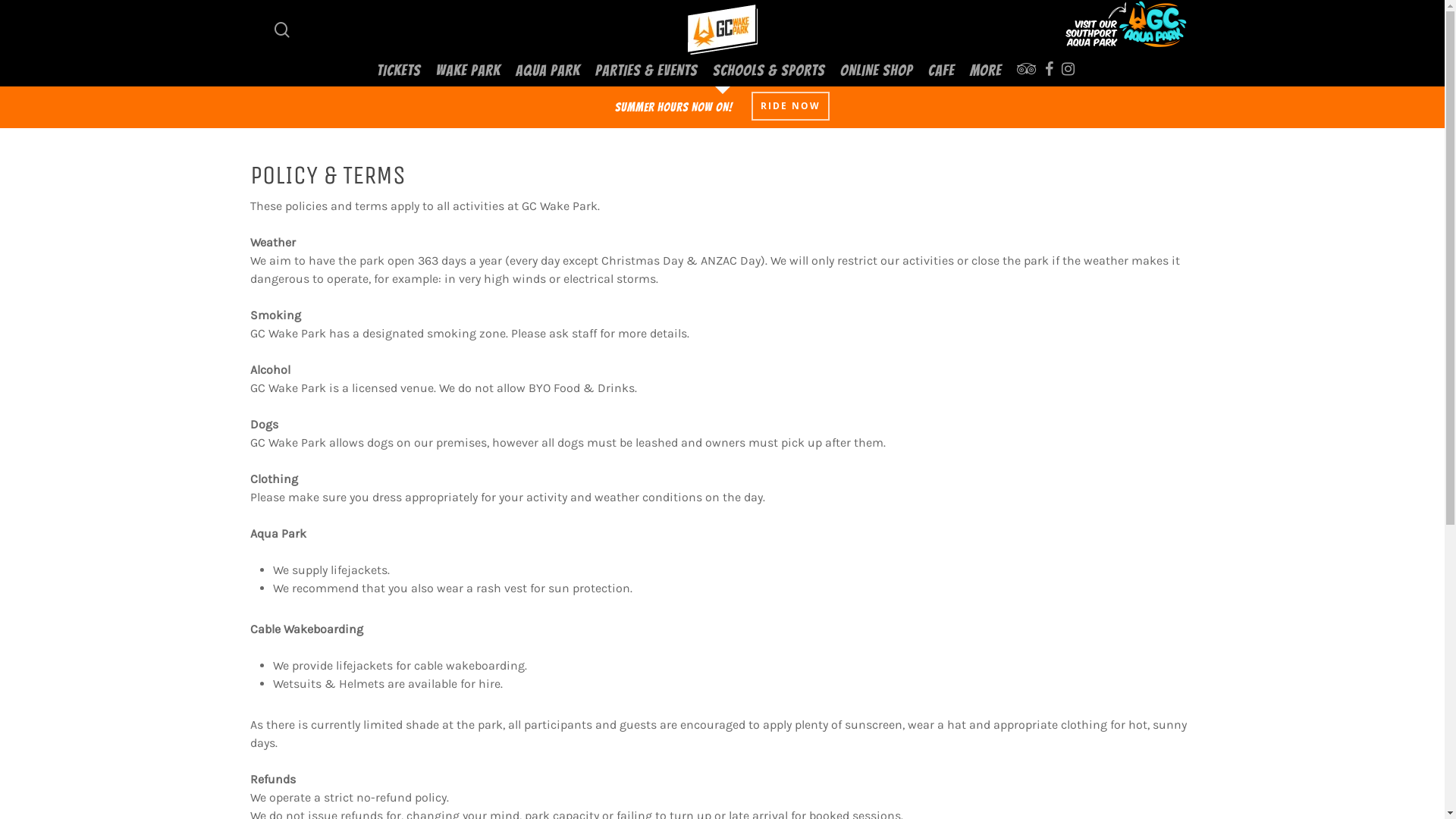 The image size is (1456, 819). What do you see at coordinates (940, 70) in the screenshot?
I see `'CAFE'` at bounding box center [940, 70].